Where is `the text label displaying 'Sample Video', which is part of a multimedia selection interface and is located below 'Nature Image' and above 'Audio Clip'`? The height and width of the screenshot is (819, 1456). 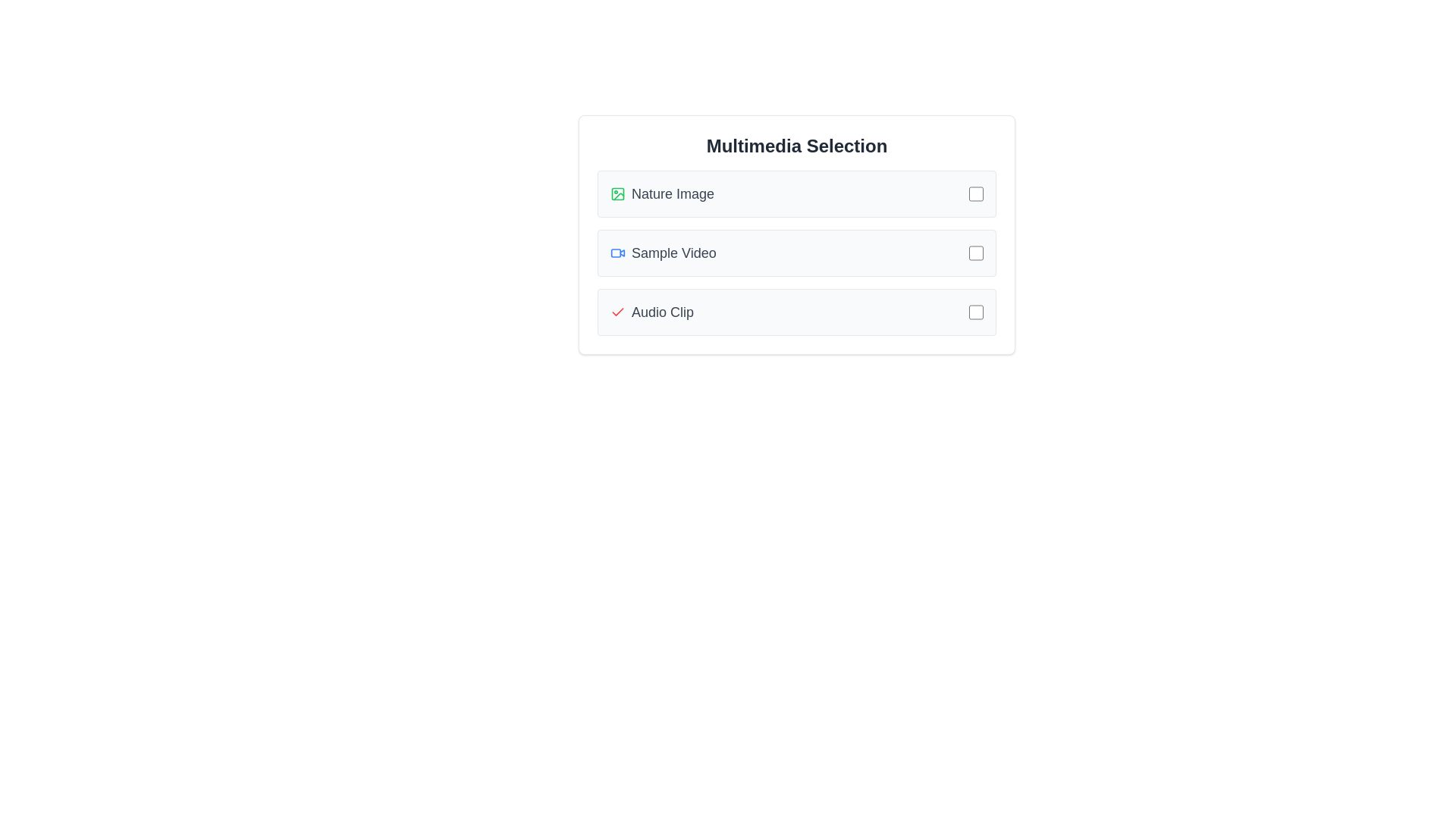 the text label displaying 'Sample Video', which is part of a multimedia selection interface and is located below 'Nature Image' and above 'Audio Clip' is located at coordinates (673, 253).